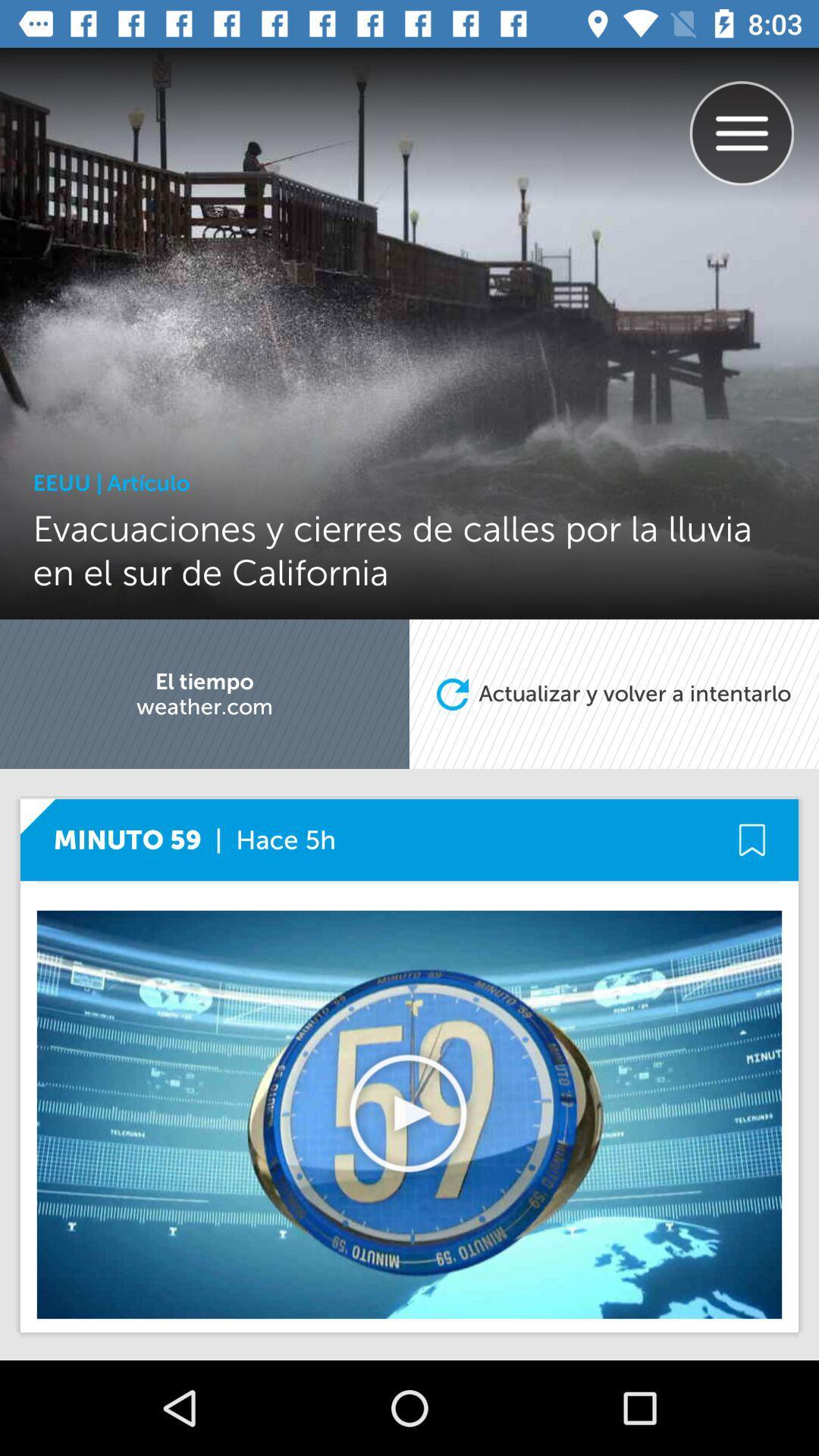  I want to click on the menu icon, so click(754, 116).